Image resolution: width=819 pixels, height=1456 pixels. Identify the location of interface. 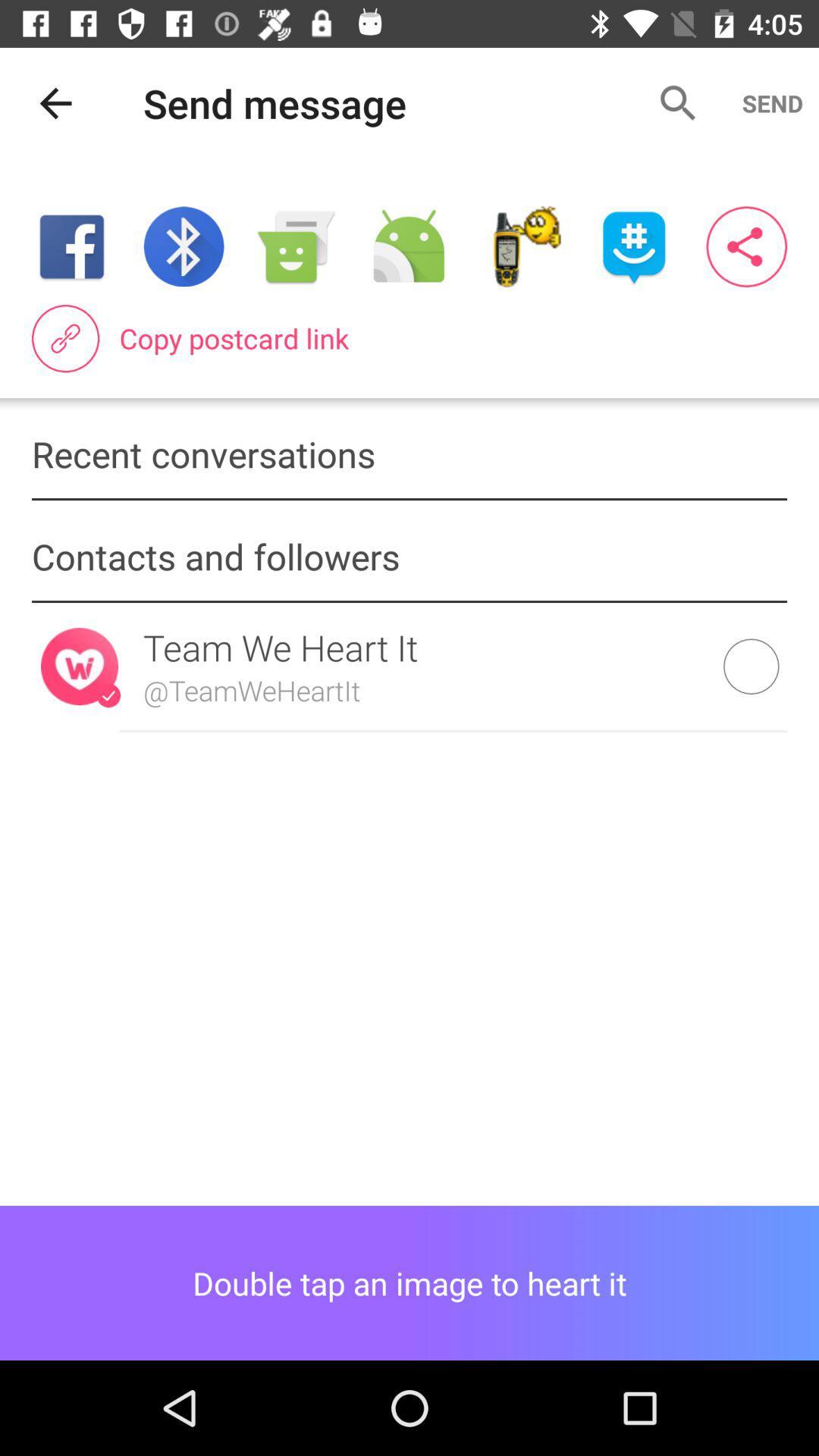
(745, 246).